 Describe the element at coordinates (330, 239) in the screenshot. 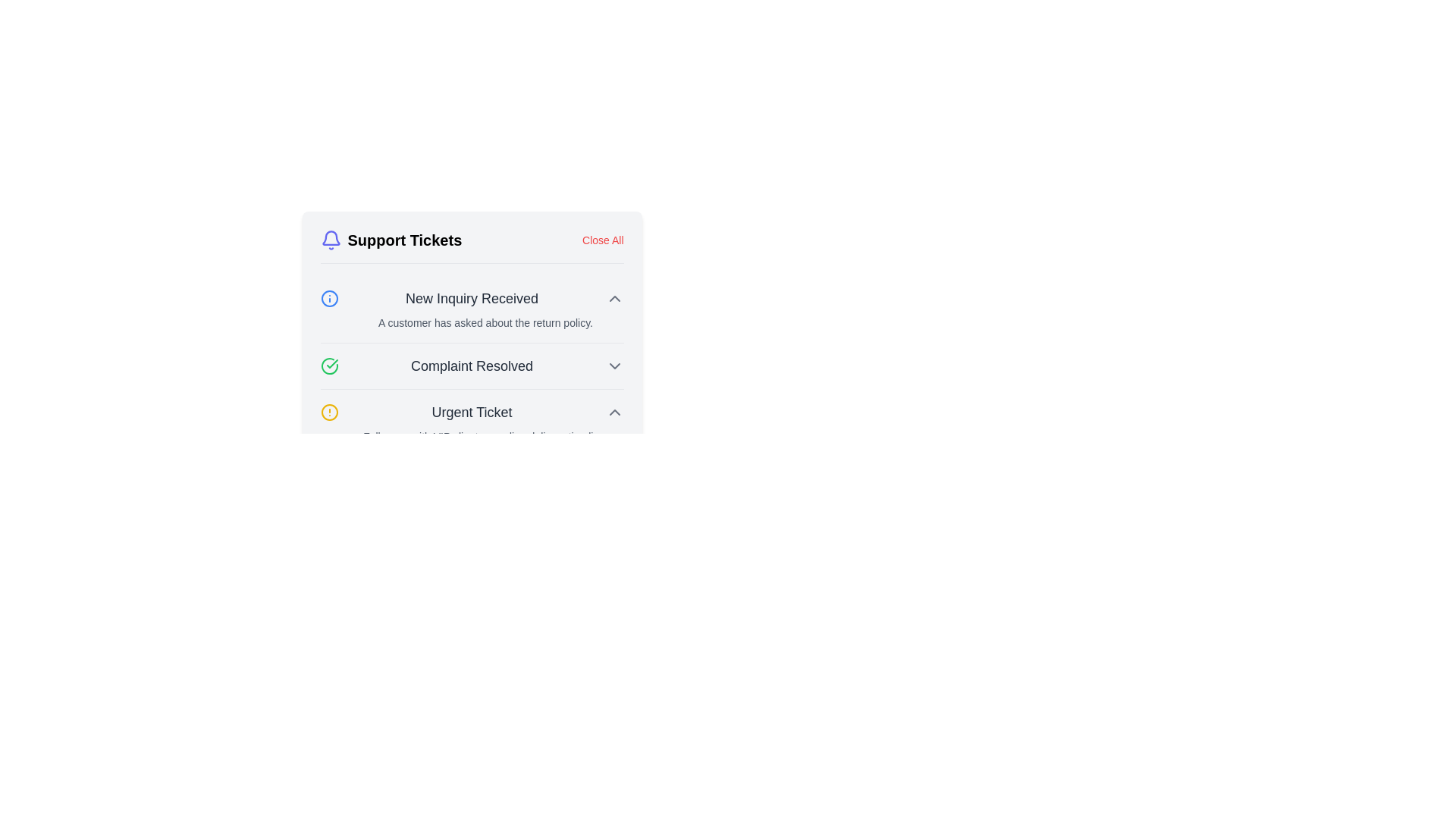

I see `the bell-shaped icon in the 'Support Tickets' section, which is styled in a vivid purple hue and is located to the left of the text 'Support Tickets'` at that location.